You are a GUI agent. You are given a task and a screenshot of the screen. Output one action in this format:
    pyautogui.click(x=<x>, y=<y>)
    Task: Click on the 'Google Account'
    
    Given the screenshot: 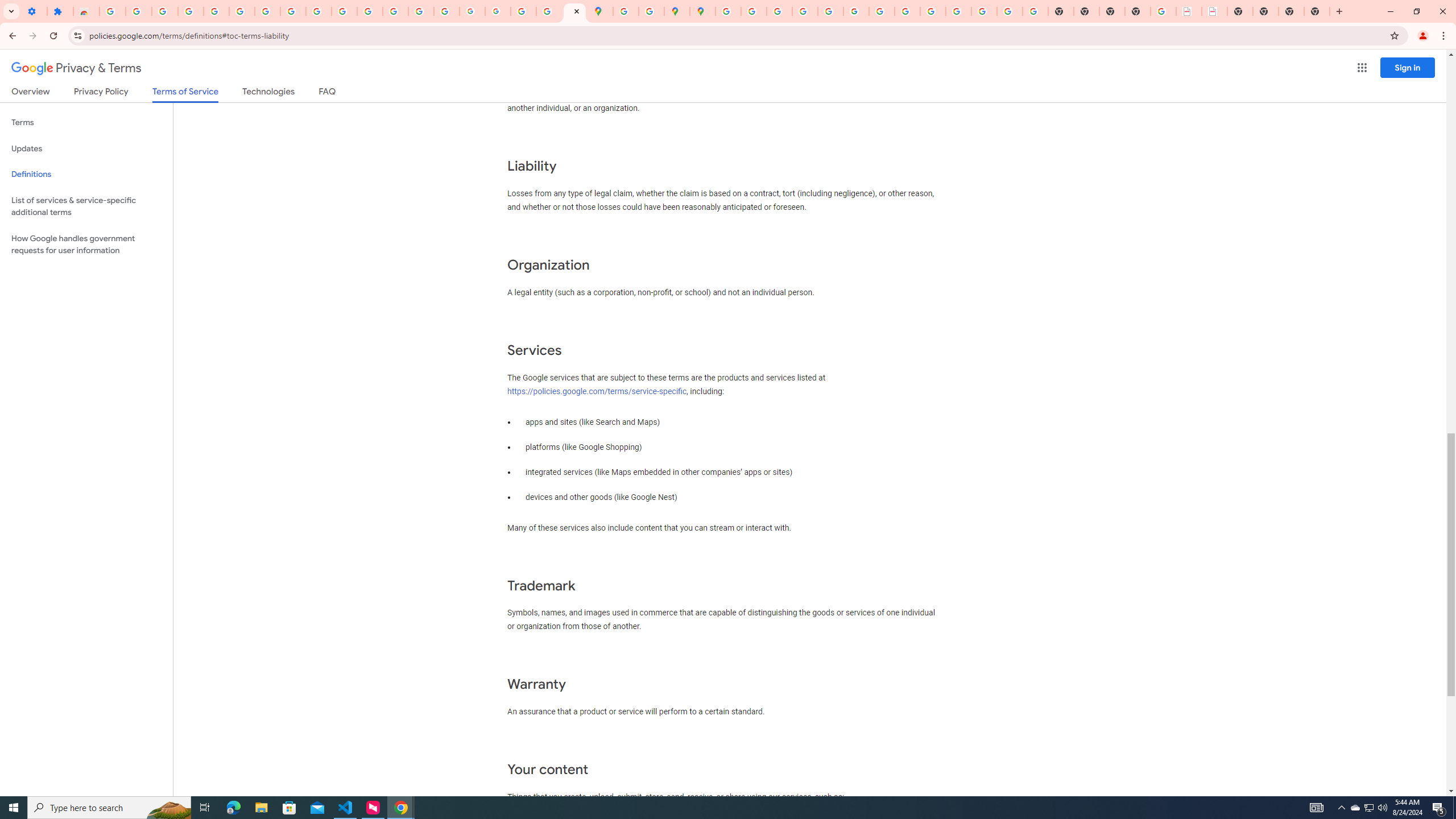 What is the action you would take?
    pyautogui.click(x=292, y=11)
    